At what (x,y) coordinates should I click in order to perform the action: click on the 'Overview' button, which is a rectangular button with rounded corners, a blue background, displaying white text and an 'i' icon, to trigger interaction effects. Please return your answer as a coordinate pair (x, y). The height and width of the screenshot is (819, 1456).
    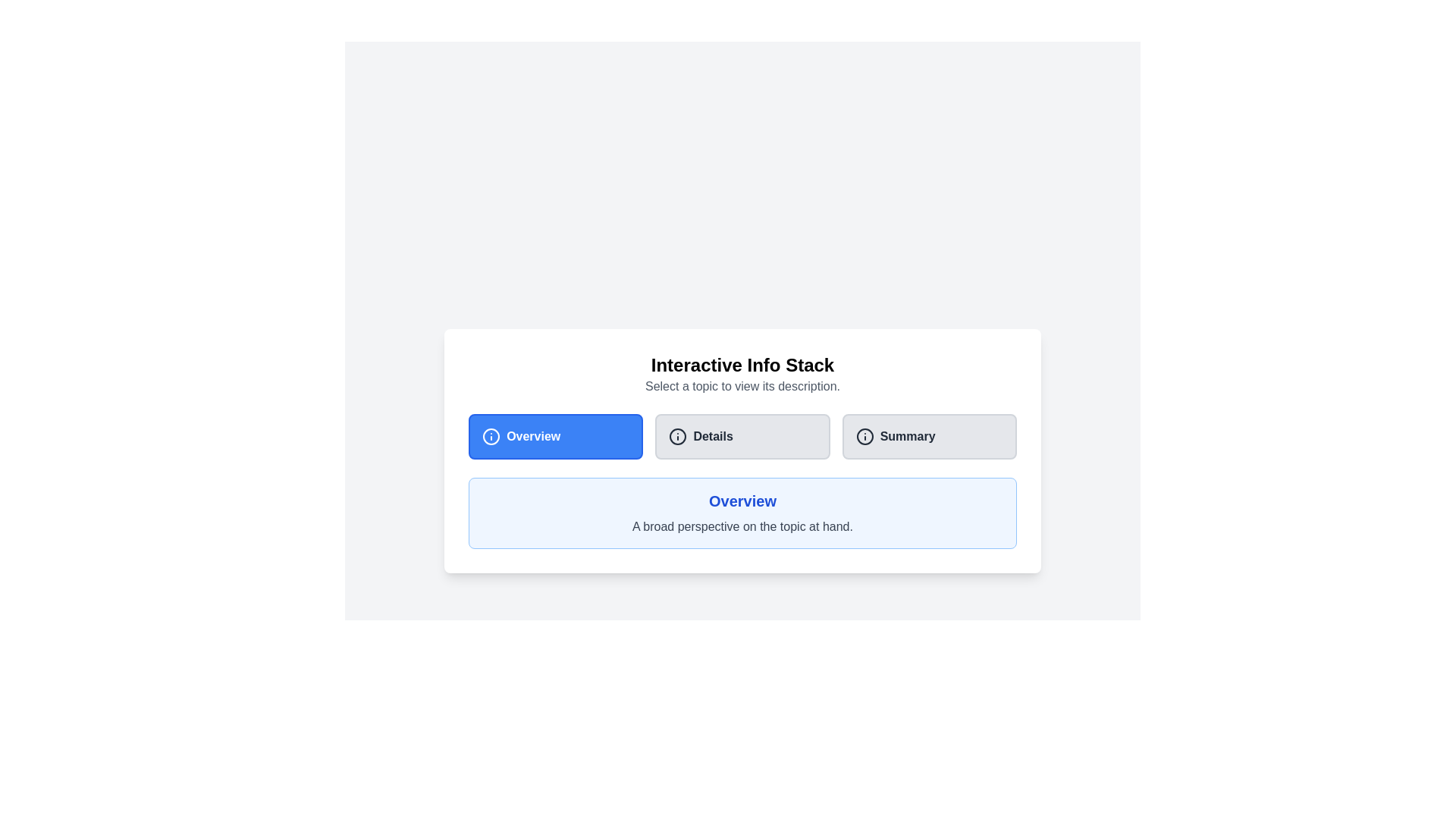
    Looking at the image, I should click on (555, 436).